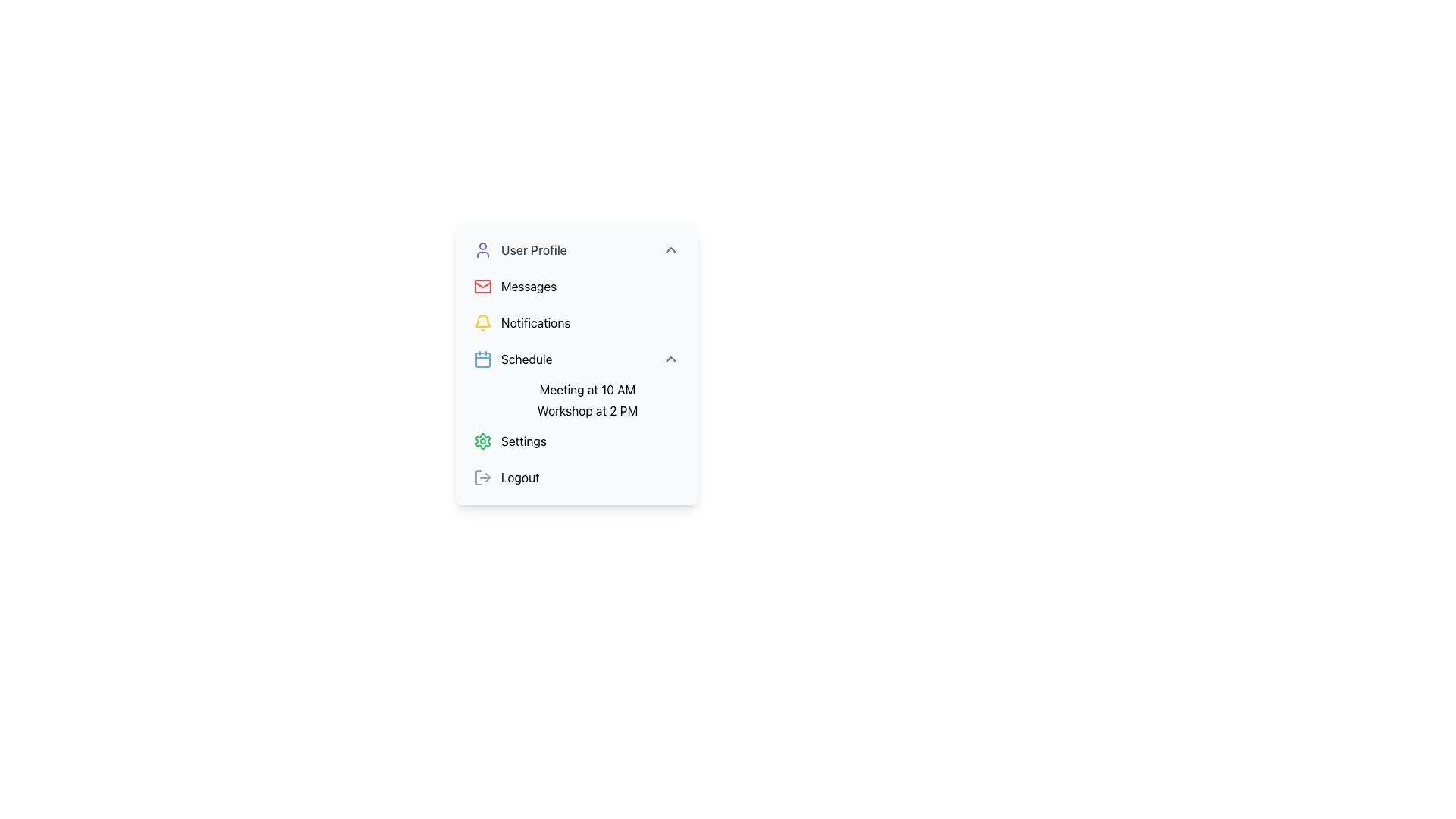 Image resolution: width=1456 pixels, height=819 pixels. Describe the element at coordinates (576, 476) in the screenshot. I see `the logout button located at the bottom of the vertical navigation menu to log out of the application` at that location.